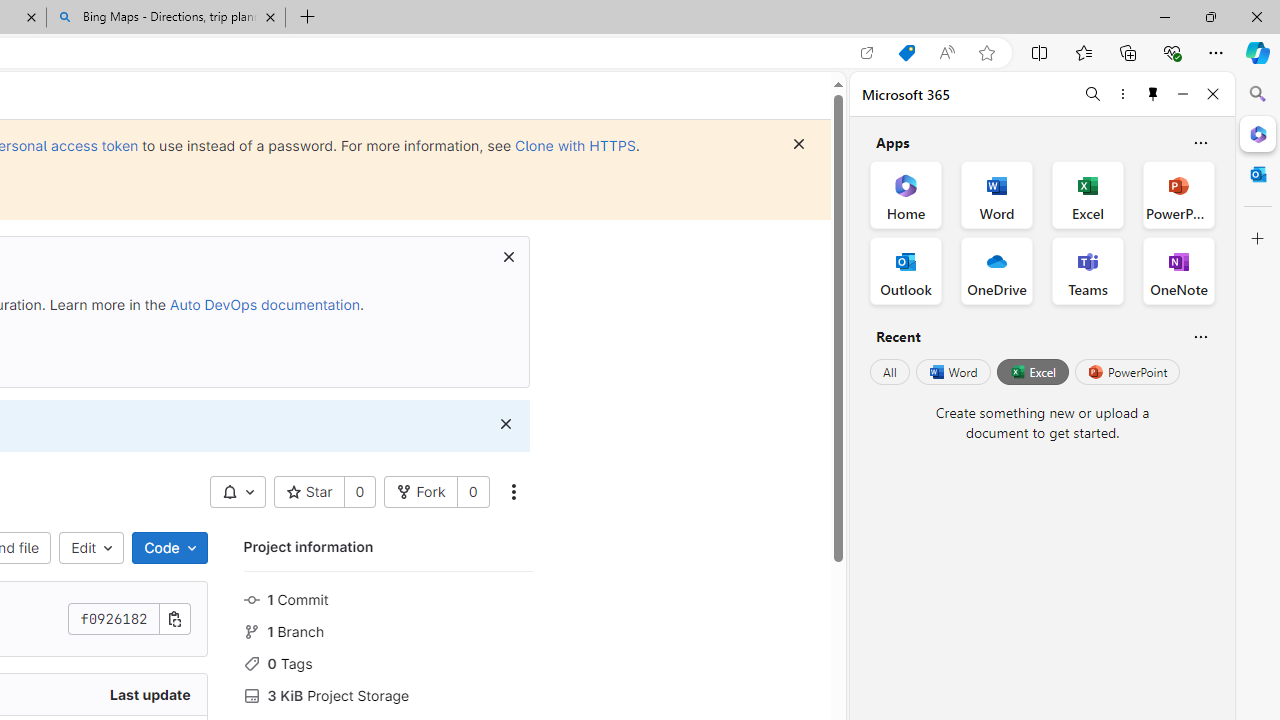  What do you see at coordinates (91, 547) in the screenshot?
I see `'Edit'` at bounding box center [91, 547].